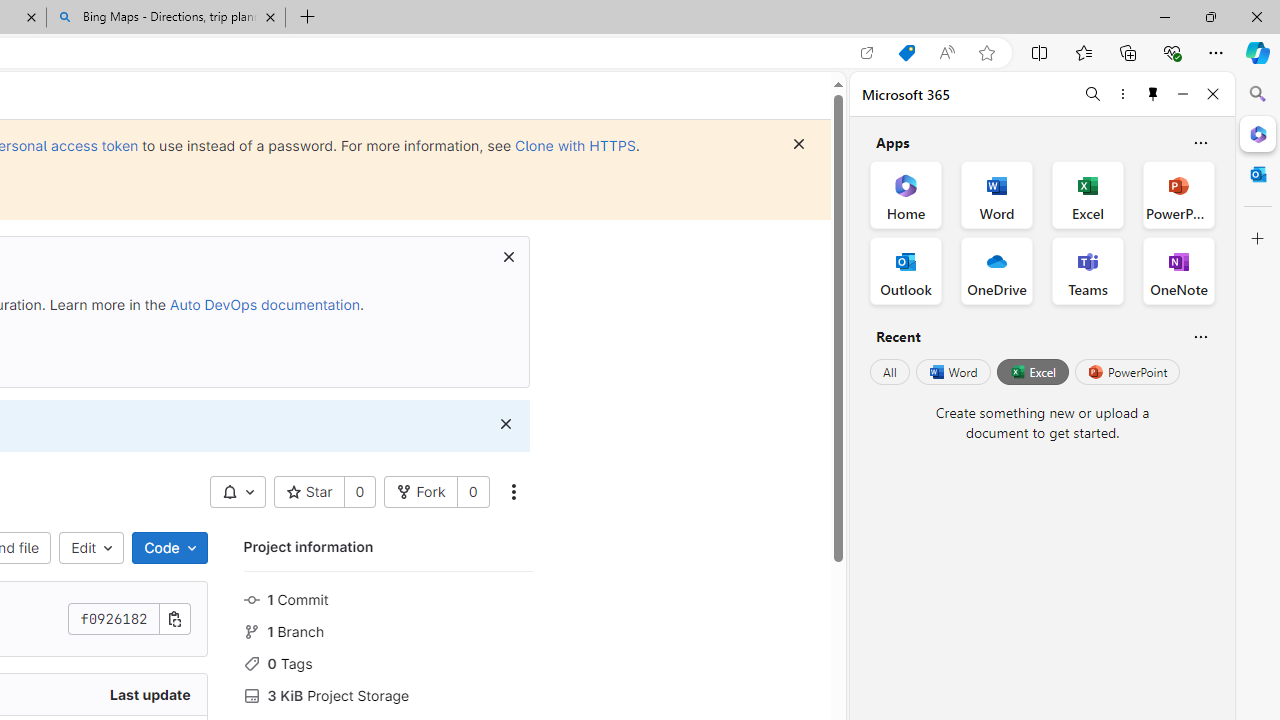  What do you see at coordinates (91, 547) in the screenshot?
I see `'Edit'` at bounding box center [91, 547].